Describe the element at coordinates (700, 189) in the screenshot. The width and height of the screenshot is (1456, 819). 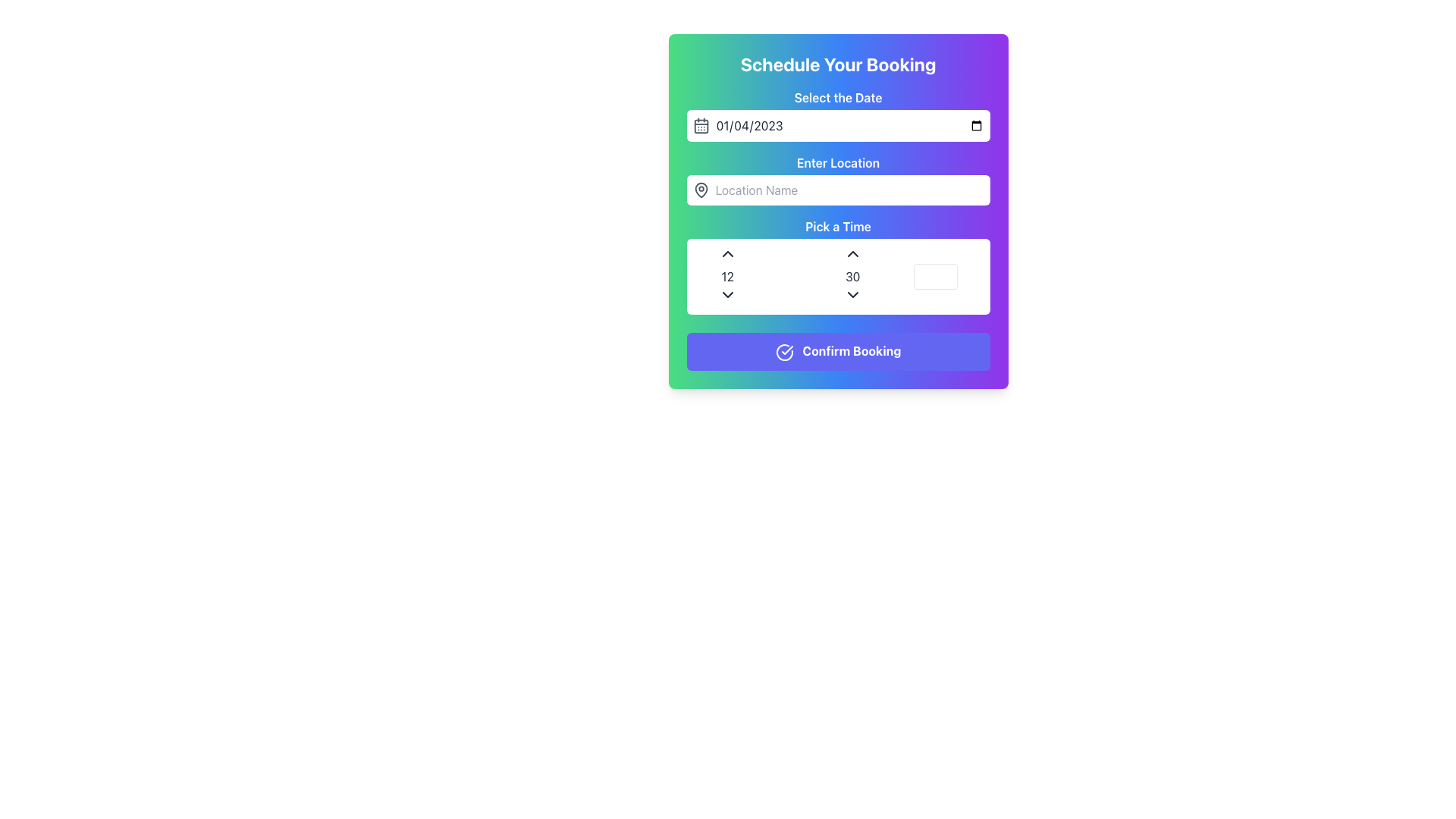
I see `the input field represented by the location icon, which is positioned inside the 'Enter Location' input field to the left of the placeholder text 'Location Name'` at that location.